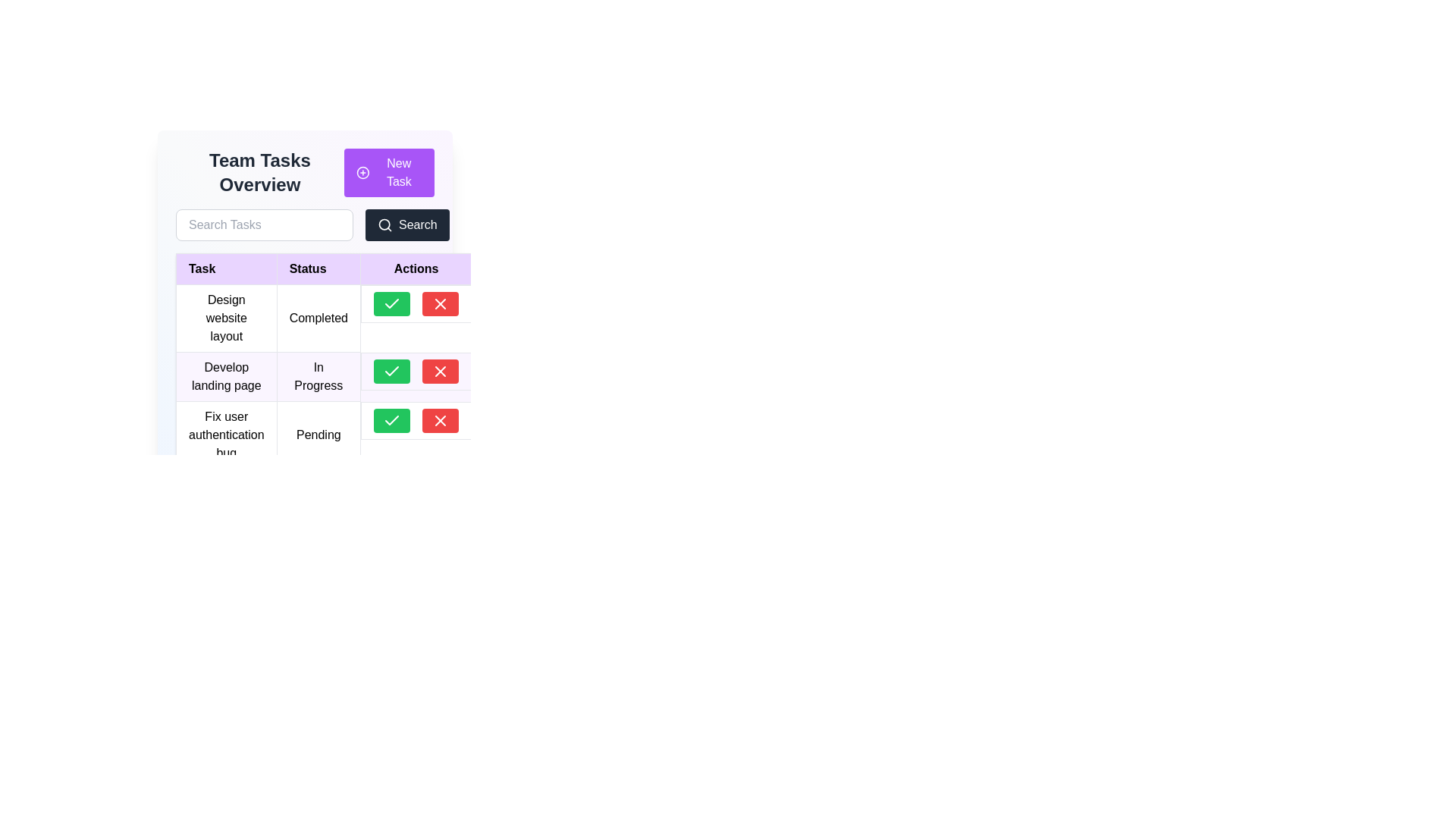 This screenshot has height=819, width=1456. I want to click on the red rectangular button with a white 'X' icon, located in the 'Actions' column next to the green checkmark button, so click(439, 371).